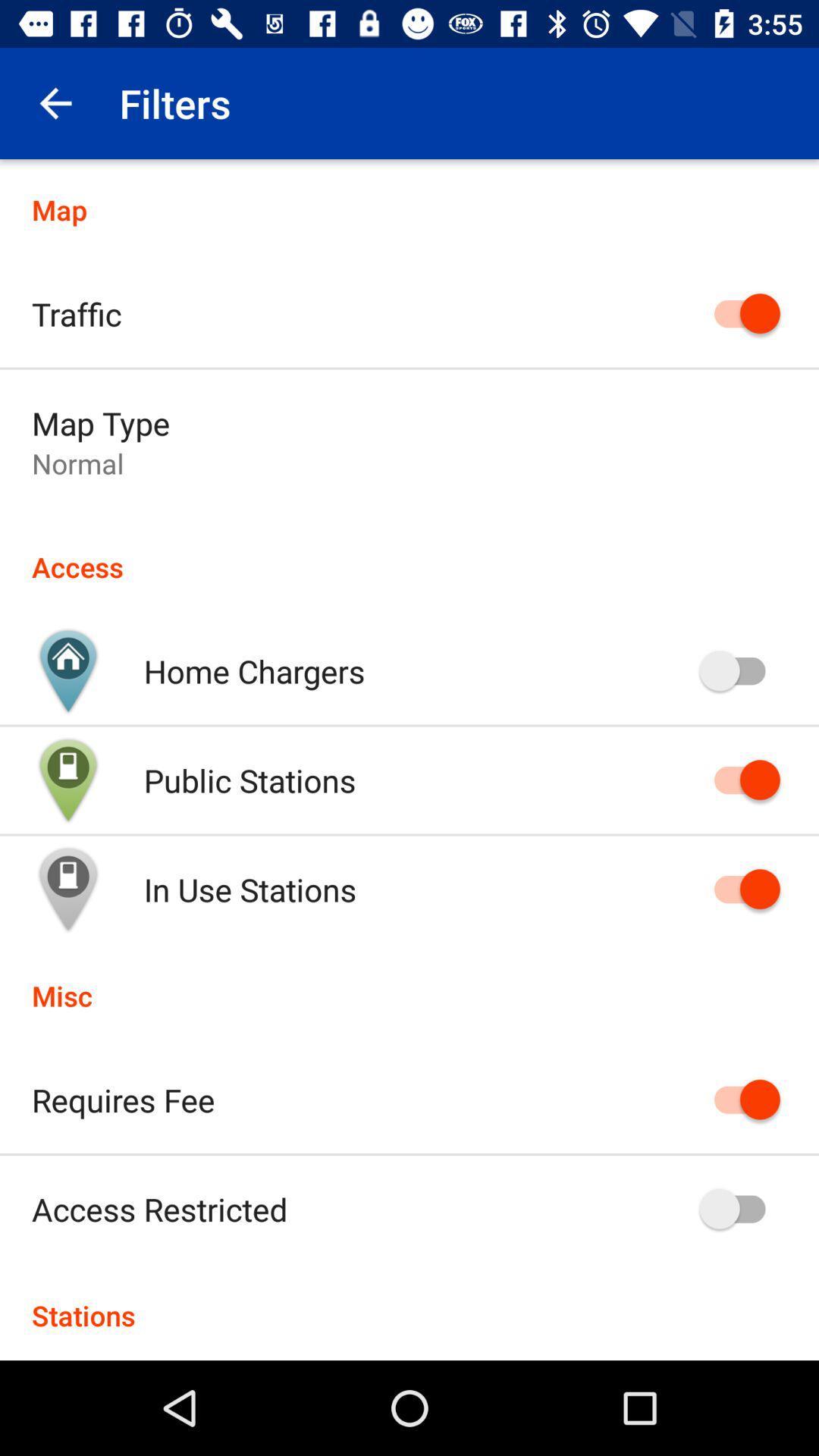  Describe the element at coordinates (55, 102) in the screenshot. I see `item next to the filters app` at that location.